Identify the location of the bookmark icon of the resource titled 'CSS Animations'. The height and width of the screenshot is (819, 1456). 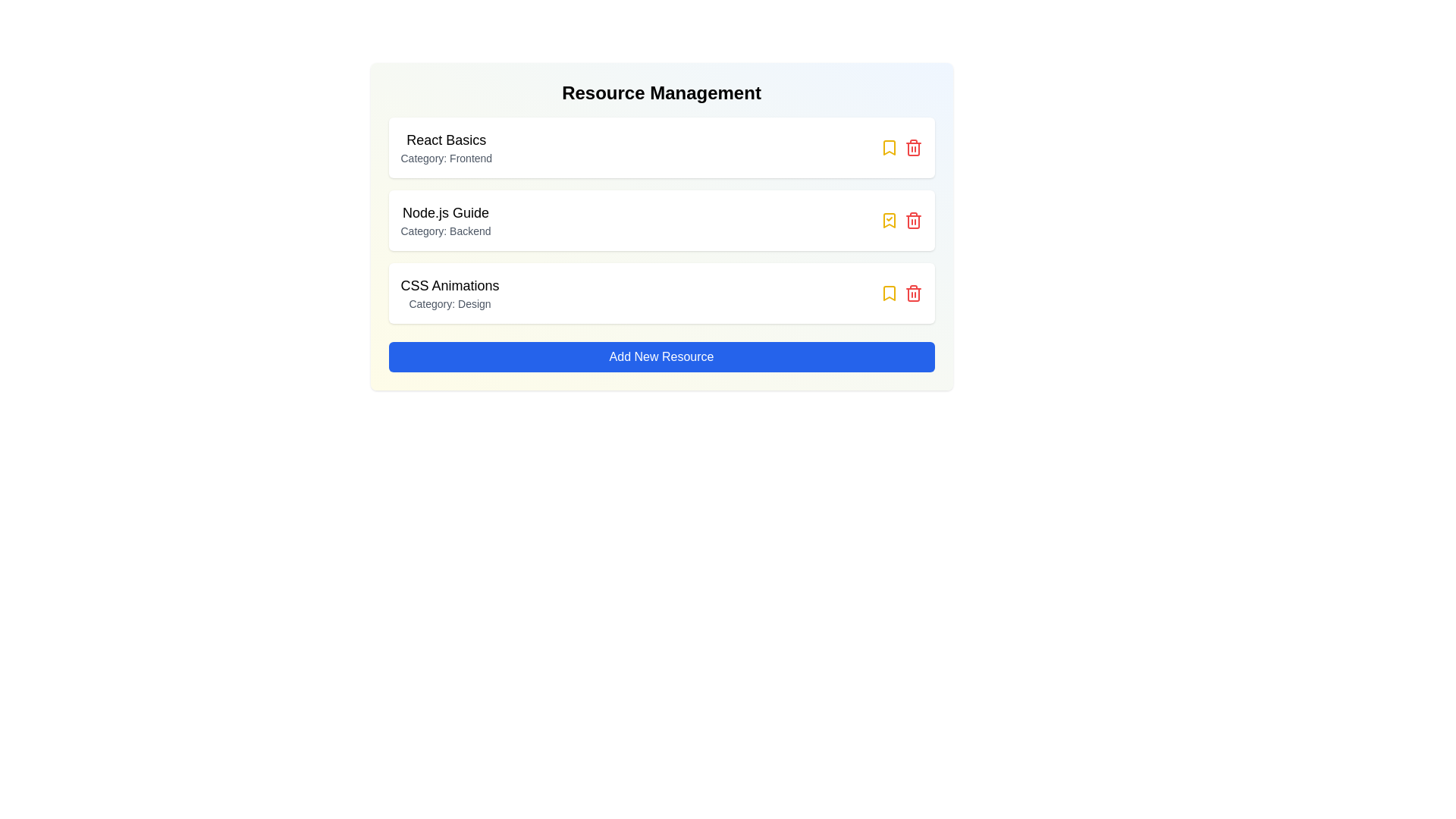
(889, 293).